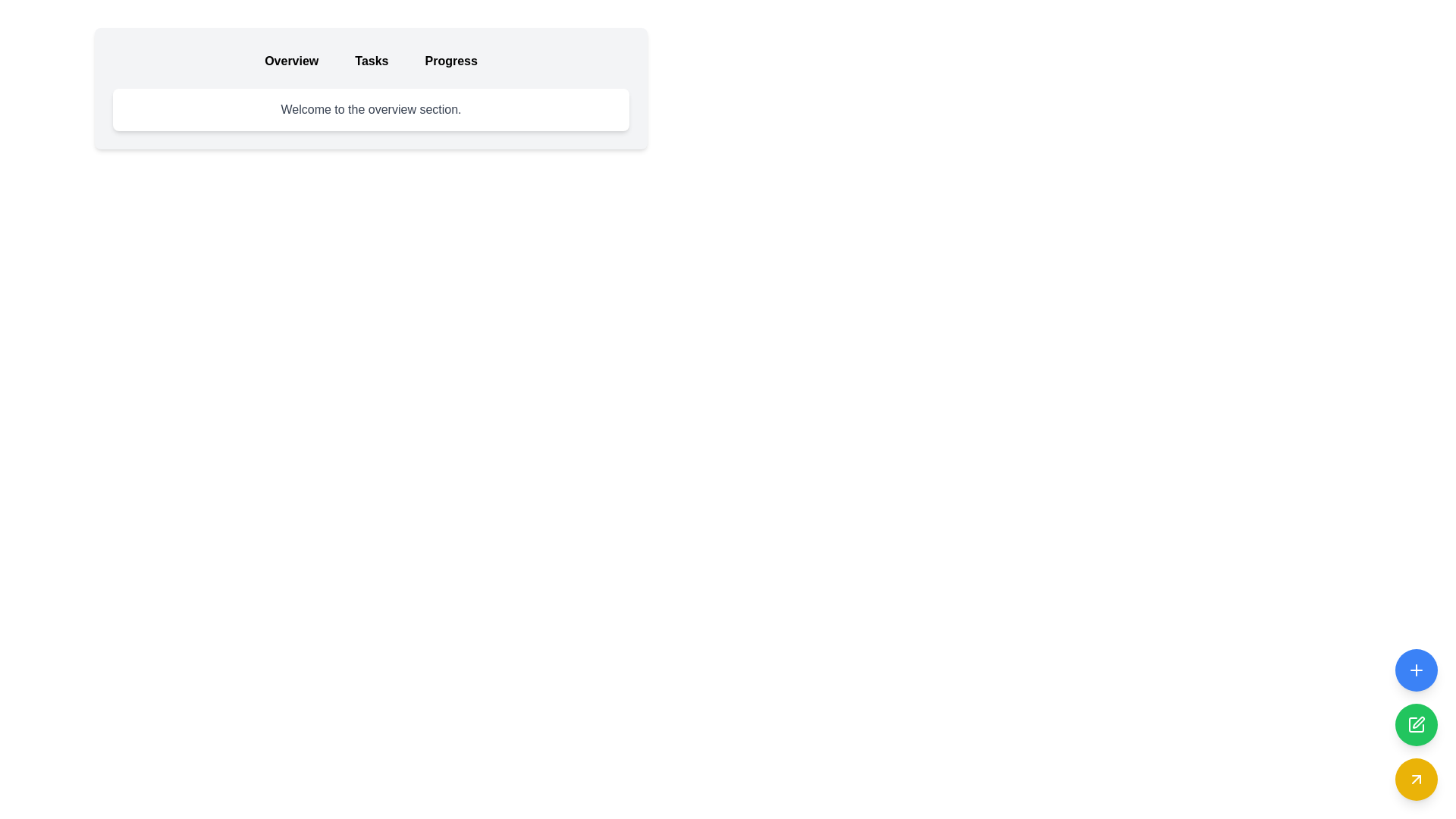 The height and width of the screenshot is (819, 1456). Describe the element at coordinates (291, 61) in the screenshot. I see `the first button in a group of three horizontally aligned buttons` at that location.